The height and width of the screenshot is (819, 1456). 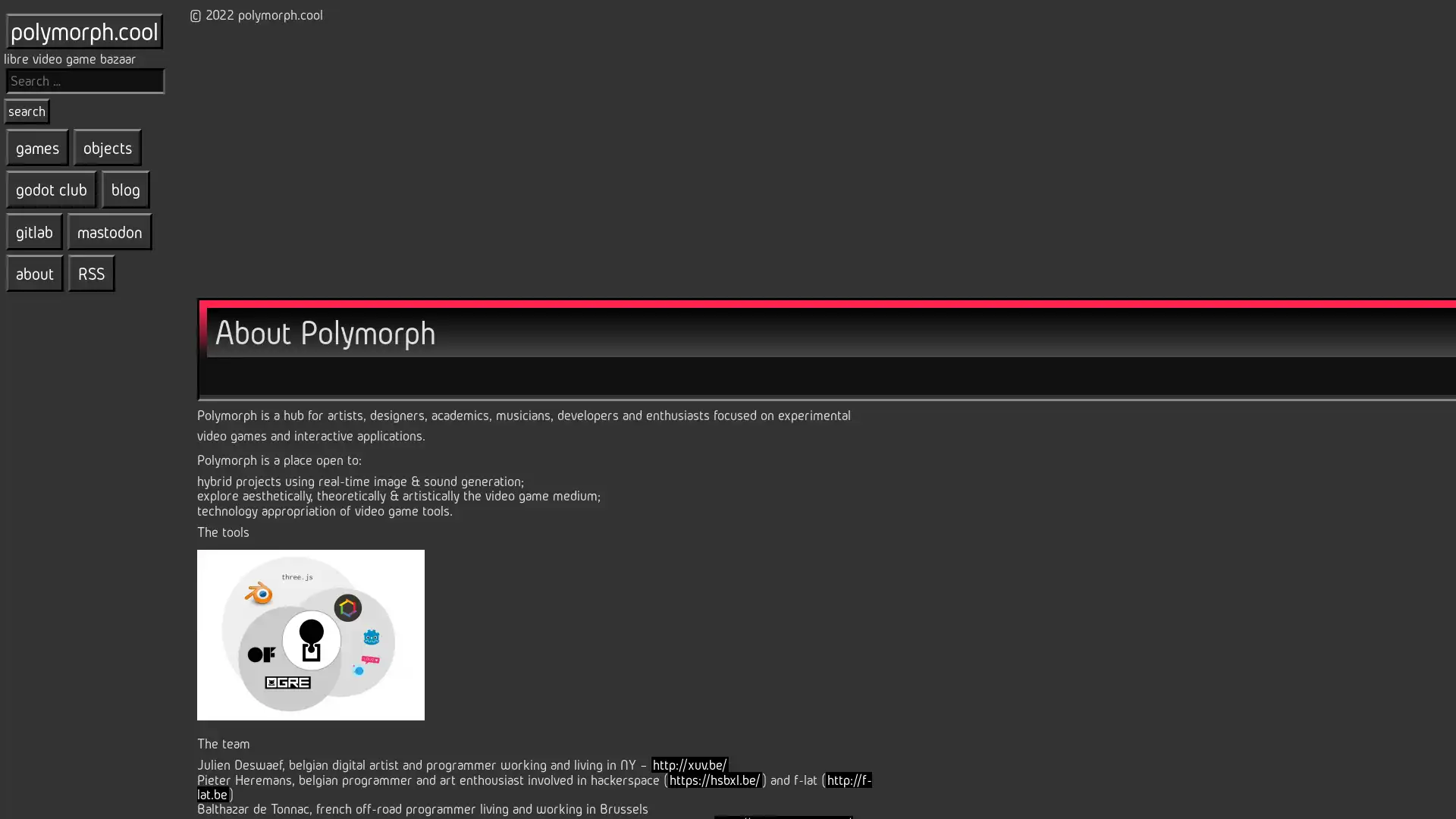 What do you see at coordinates (27, 110) in the screenshot?
I see `Search` at bounding box center [27, 110].